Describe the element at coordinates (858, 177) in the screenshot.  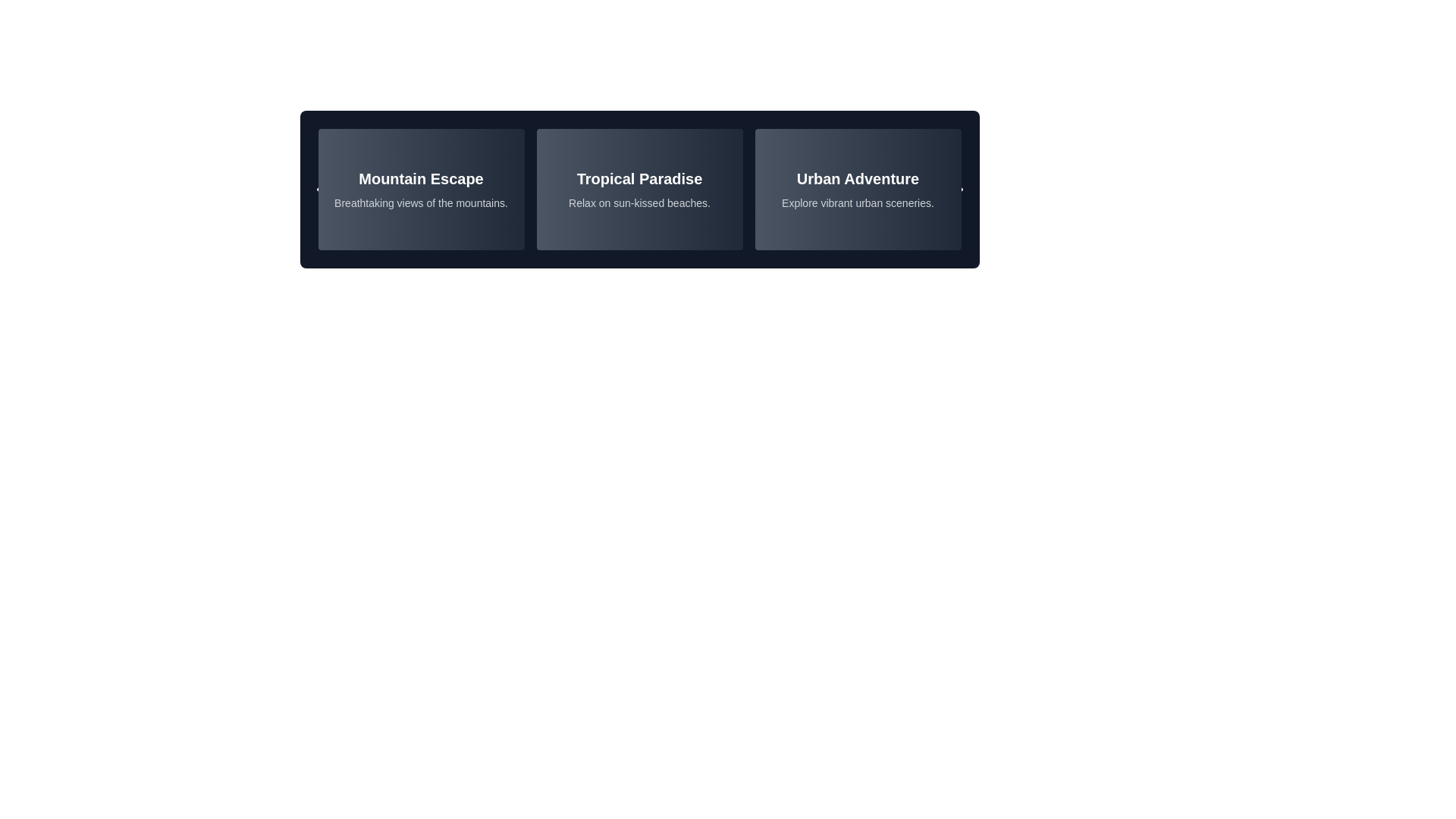
I see `text content of the bold text label displaying 'Urban Adventure', which is located at the top-right corner of the third card in the row, on a dark gradient background` at that location.